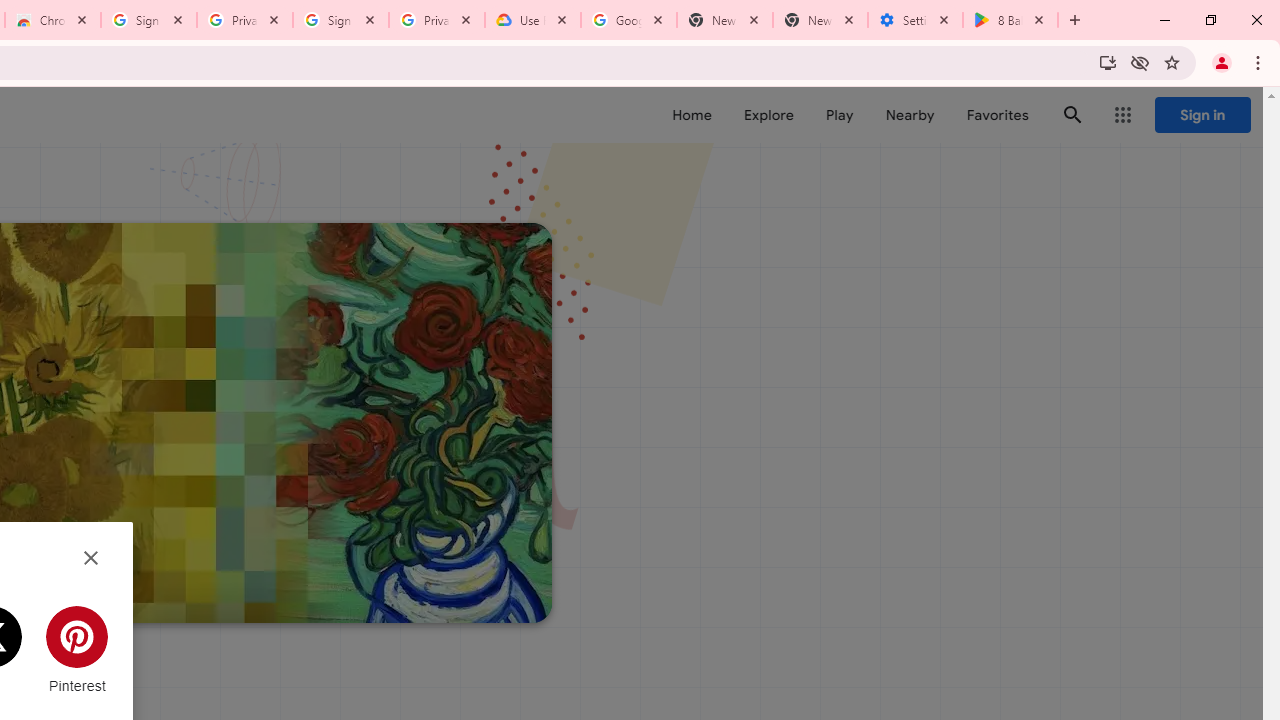 The height and width of the screenshot is (720, 1280). Describe the element at coordinates (1106, 61) in the screenshot. I see `'Install Google Arts & Culture'` at that location.